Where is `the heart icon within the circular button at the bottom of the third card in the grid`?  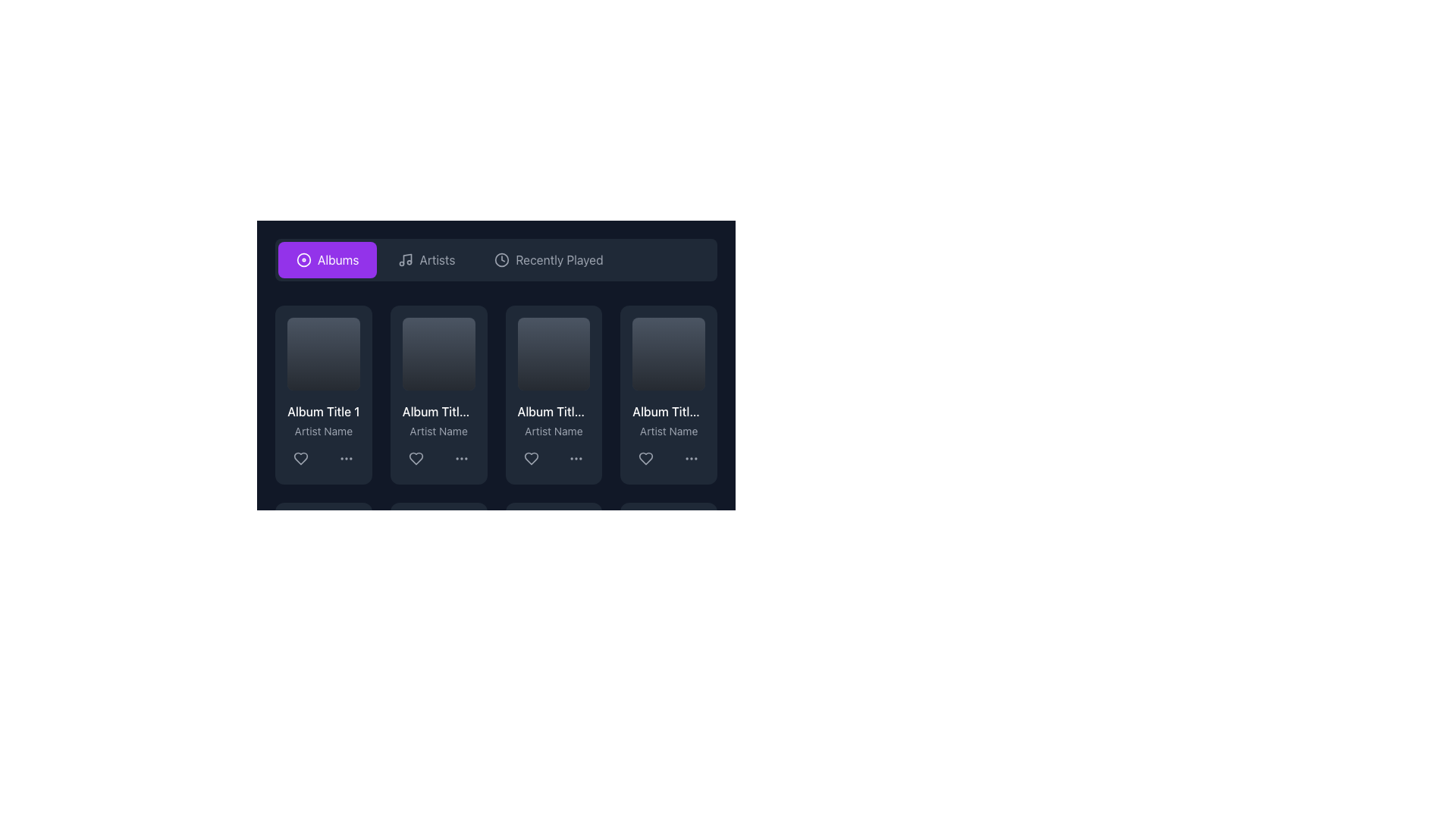
the heart icon within the circular button at the bottom of the third card in the grid is located at coordinates (531, 457).